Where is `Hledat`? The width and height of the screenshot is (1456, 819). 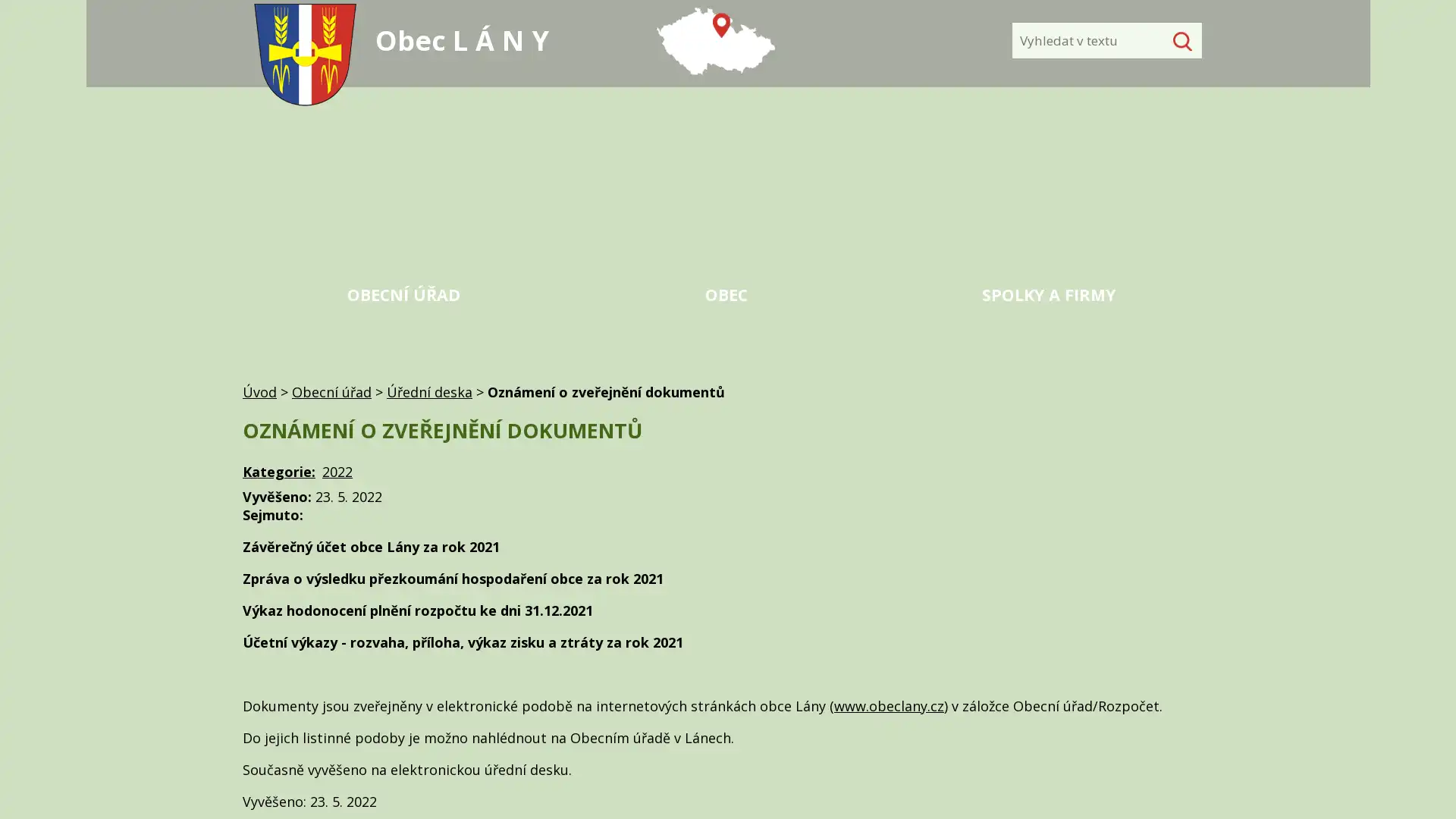
Hledat is located at coordinates (1178, 40).